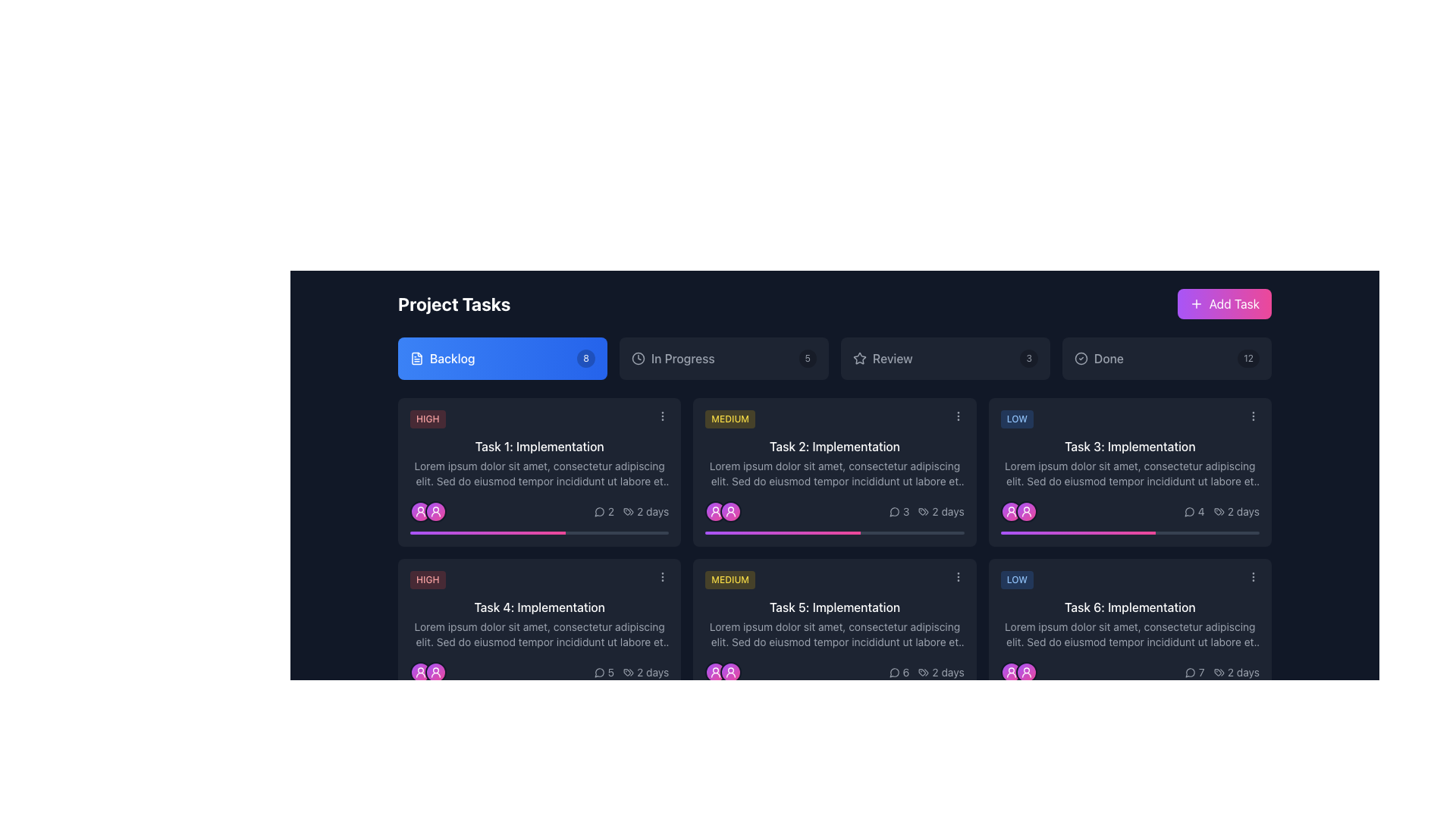 The image size is (1456, 819). I want to click on the small circular icon resembling a speech bubble or chat symbol located within the 'Task 2: Implementation' card under the 'In Progress' section, so click(894, 512).